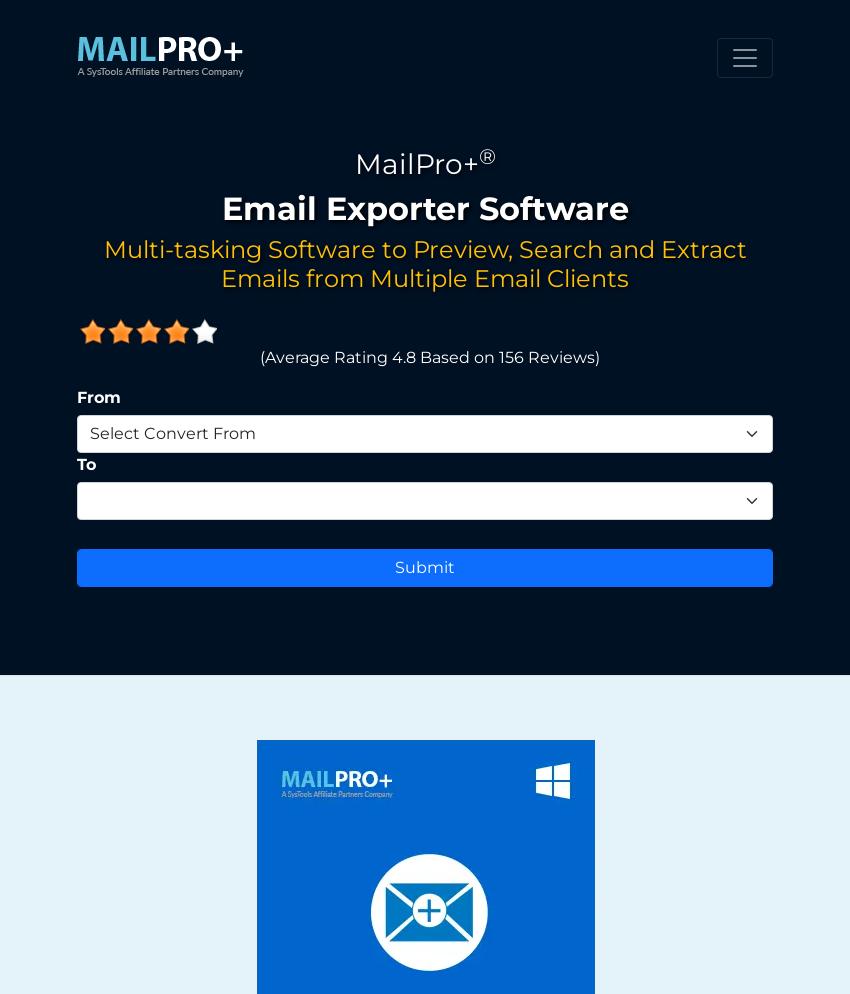  Describe the element at coordinates (129, 76) in the screenshot. I see `'Click on Scan File Button'` at that location.